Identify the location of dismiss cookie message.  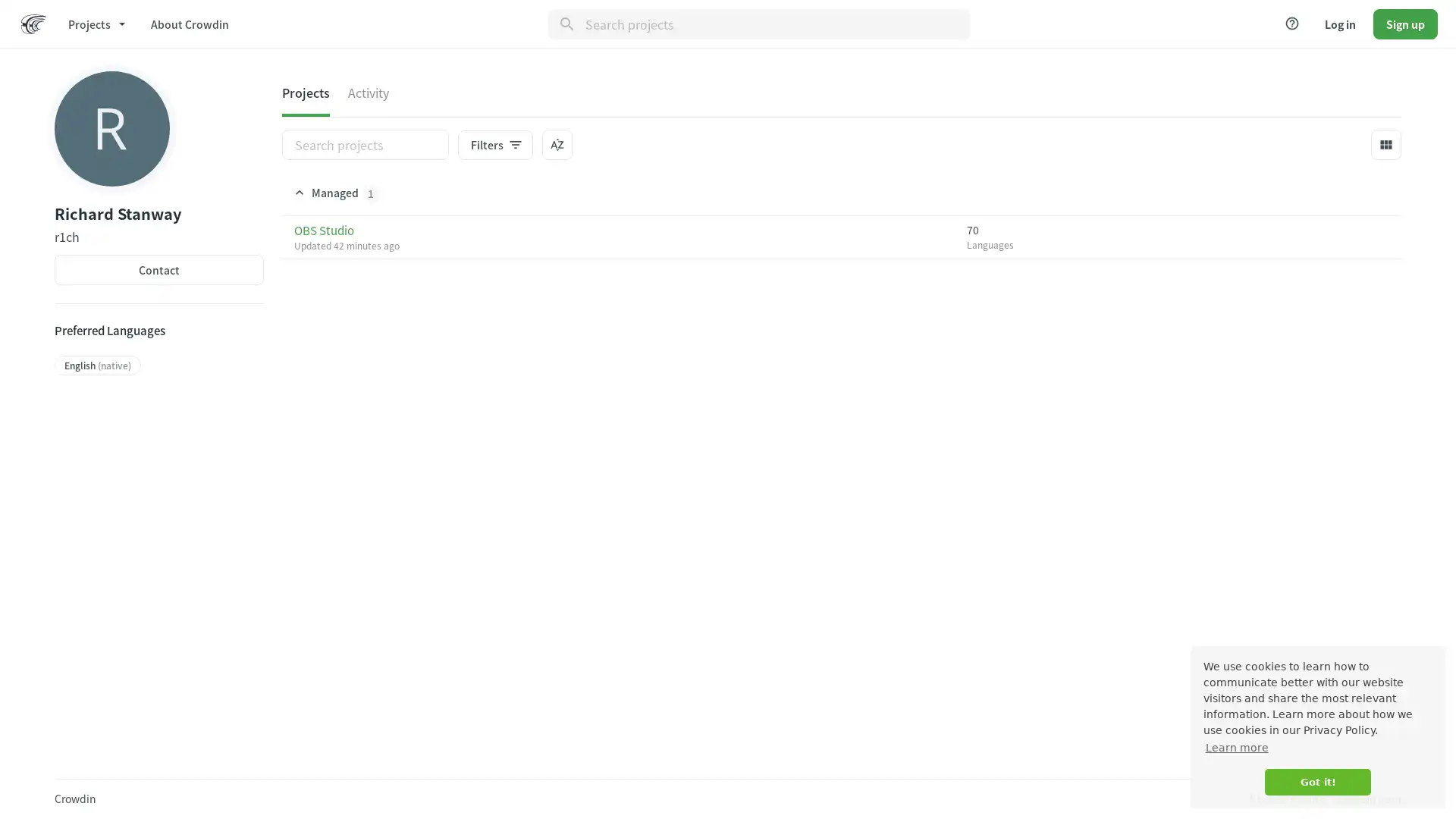
(1316, 782).